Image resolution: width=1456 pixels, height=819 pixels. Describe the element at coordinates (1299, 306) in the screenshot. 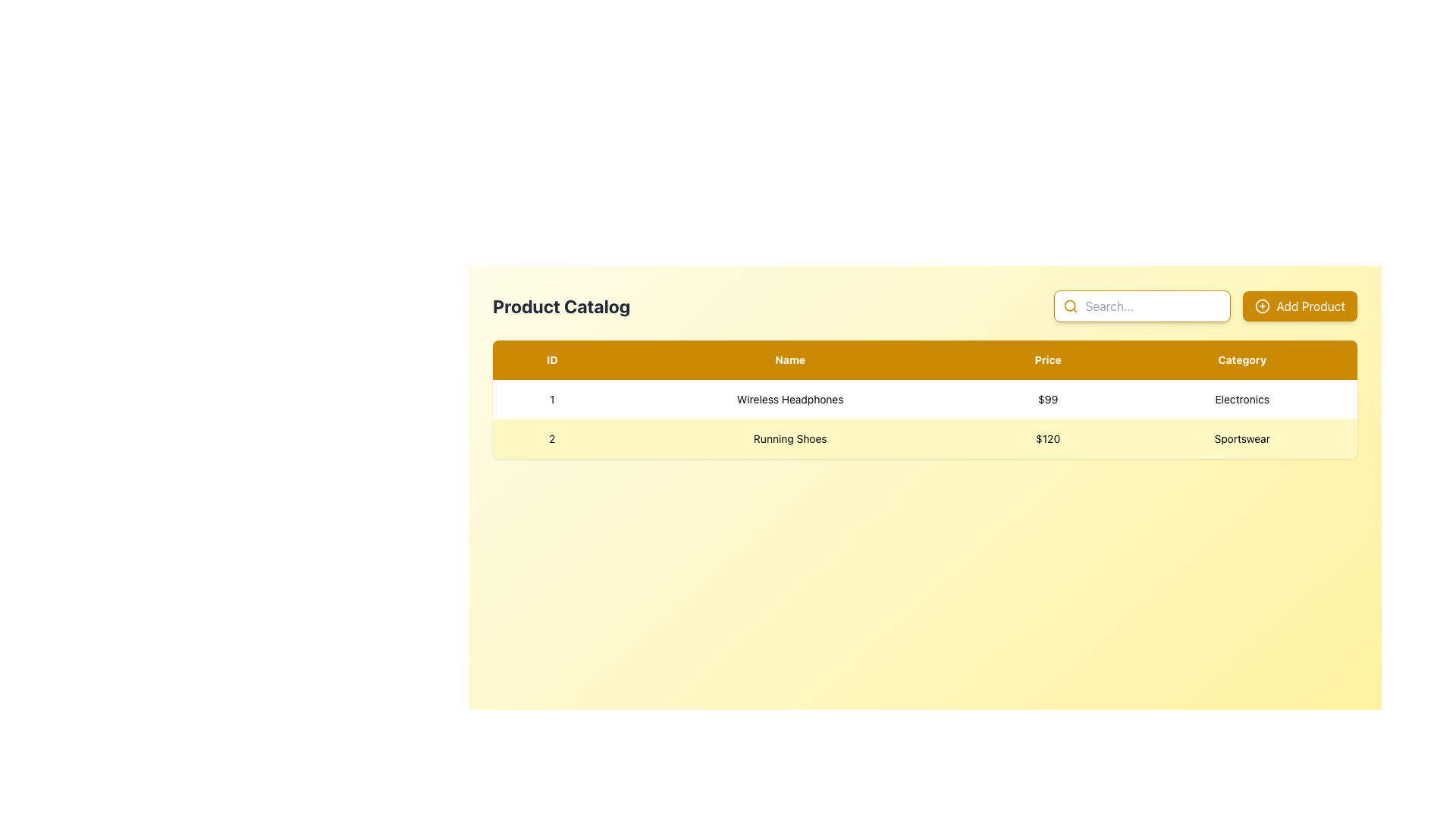

I see `the button located at the top right corner of the header area above the product listing table to initiate the action for adding a new product` at that location.